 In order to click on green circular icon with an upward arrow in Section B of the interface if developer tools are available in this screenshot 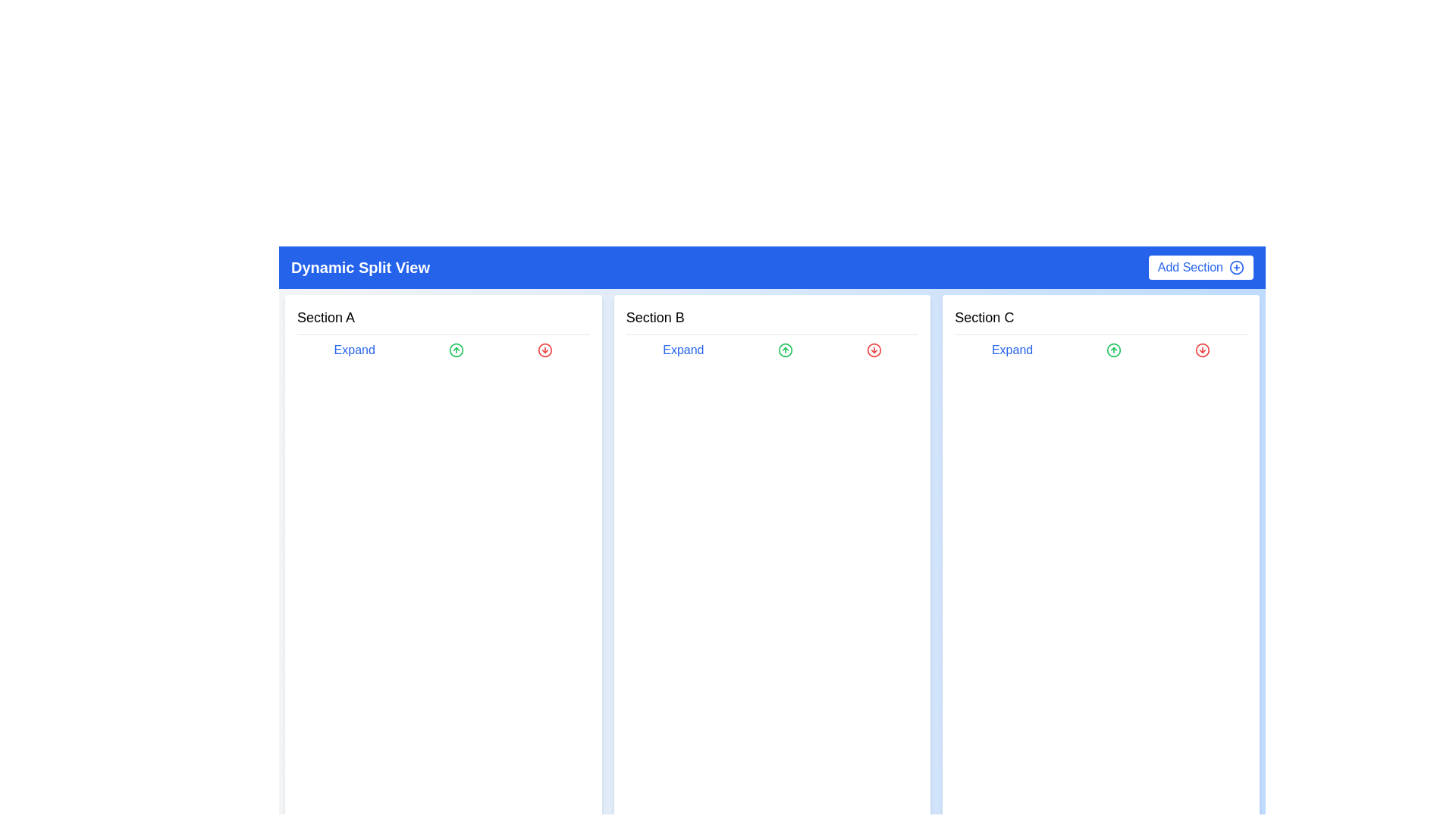, I will do `click(785, 350)`.